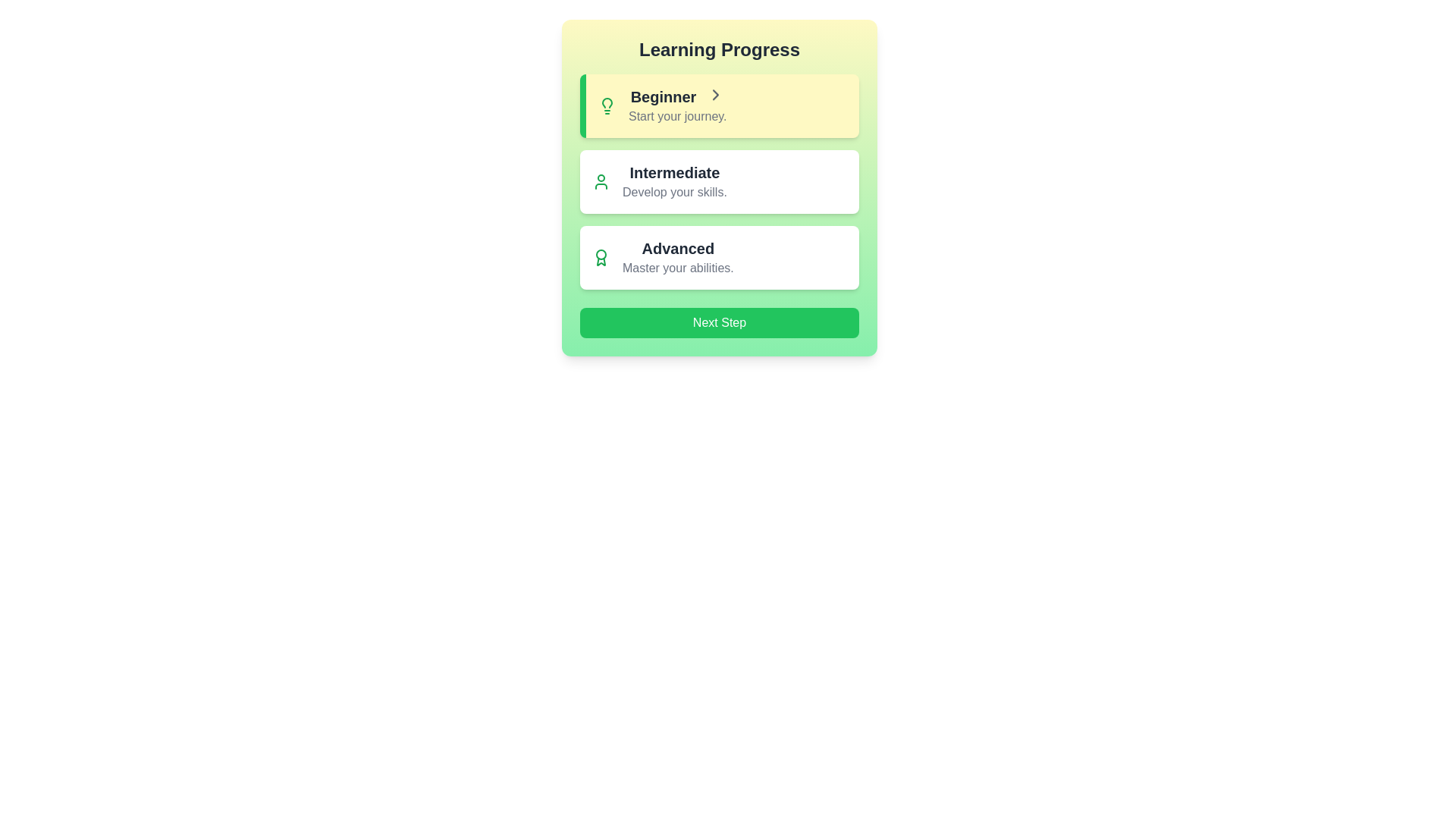 The height and width of the screenshot is (819, 1456). Describe the element at coordinates (676, 105) in the screenshot. I see `the clickable text item displaying 'Beginner' and 'Start your journey.' with a yellow background in the 'Learning Progress' section` at that location.